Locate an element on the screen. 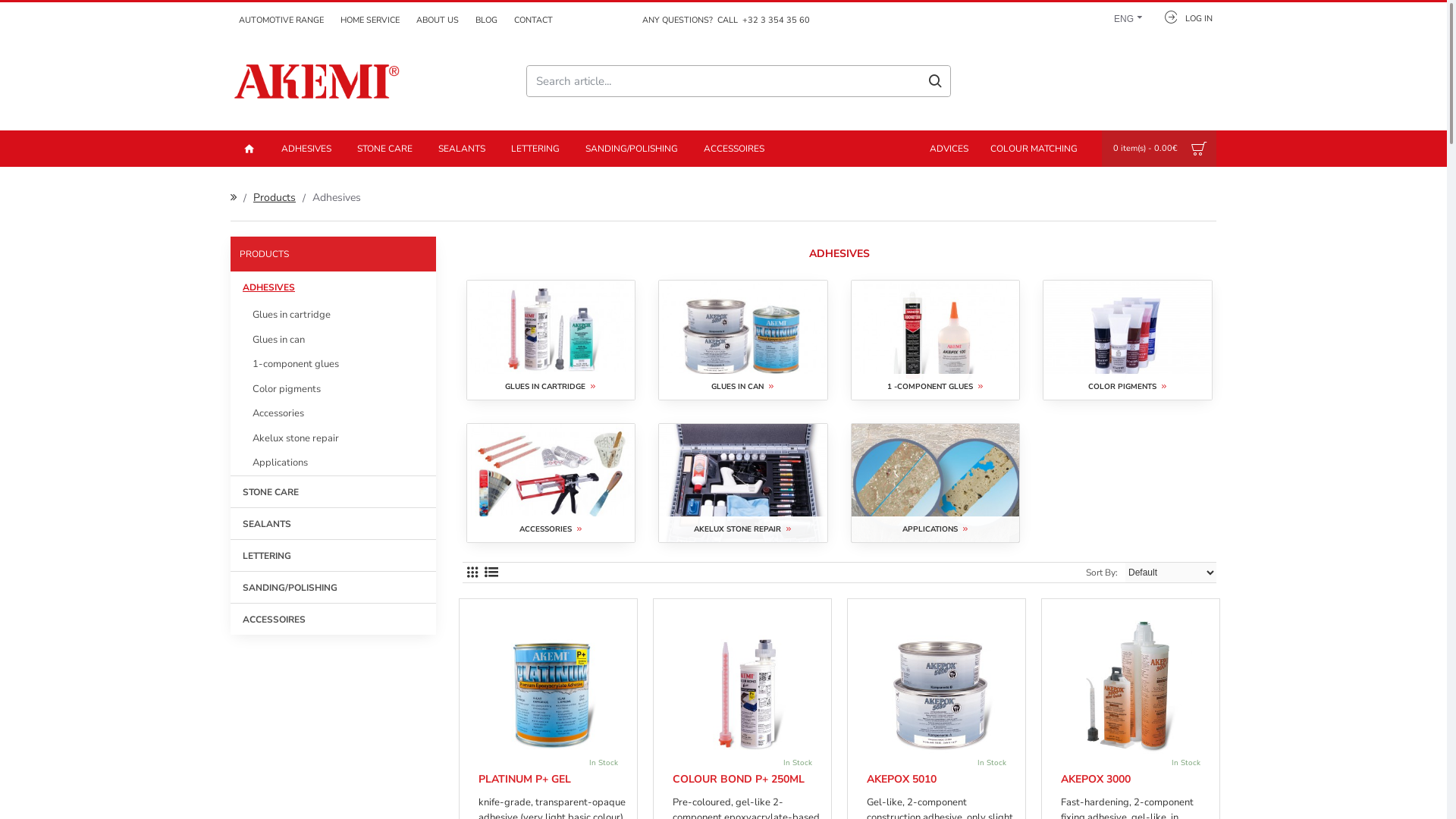 The height and width of the screenshot is (819, 1456). 'ABOUT US' is located at coordinates (407, 20).